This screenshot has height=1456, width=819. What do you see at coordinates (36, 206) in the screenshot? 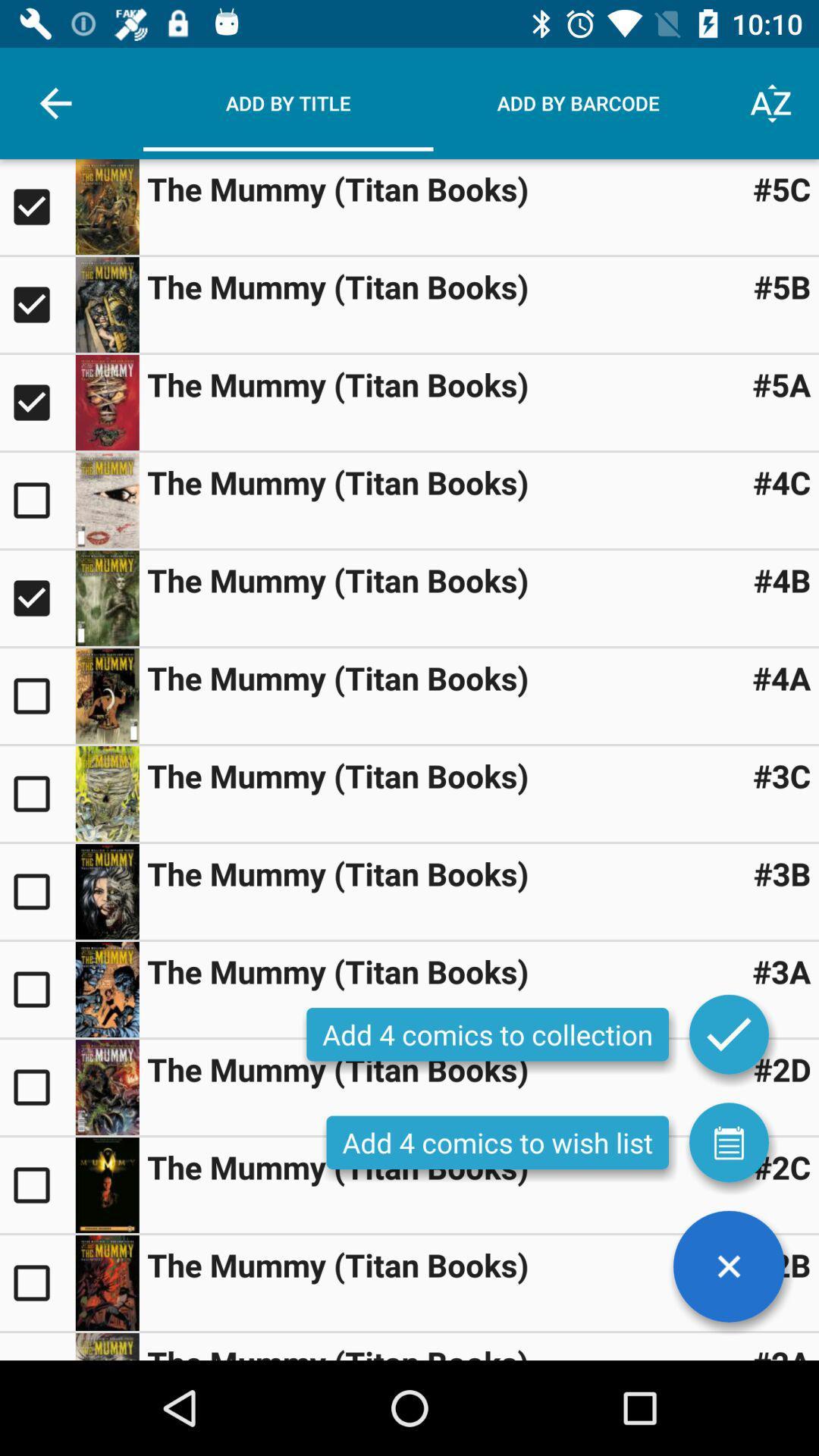
I see `the mummy` at bounding box center [36, 206].